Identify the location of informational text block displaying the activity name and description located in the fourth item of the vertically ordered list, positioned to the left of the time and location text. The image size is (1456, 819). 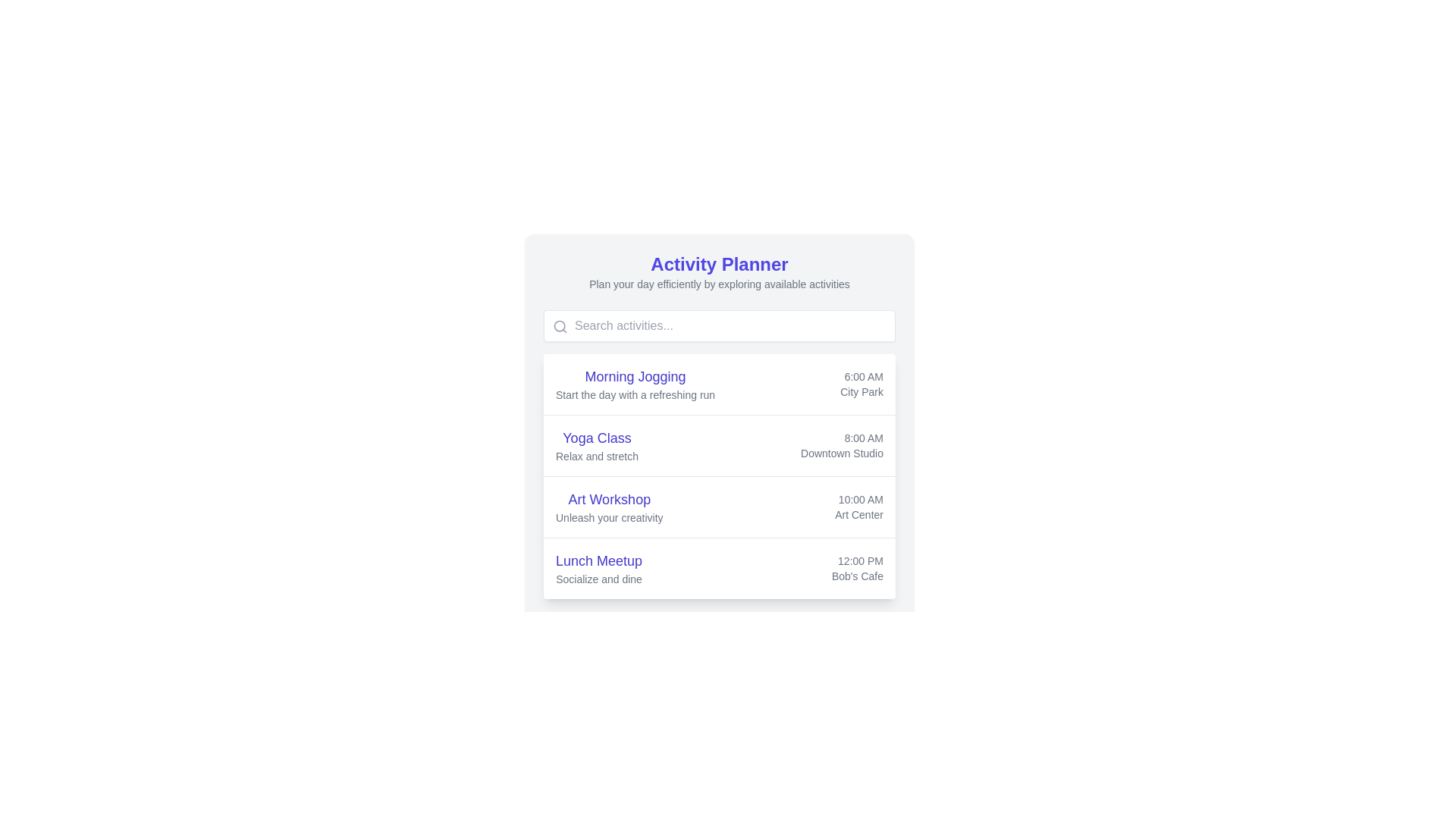
(598, 568).